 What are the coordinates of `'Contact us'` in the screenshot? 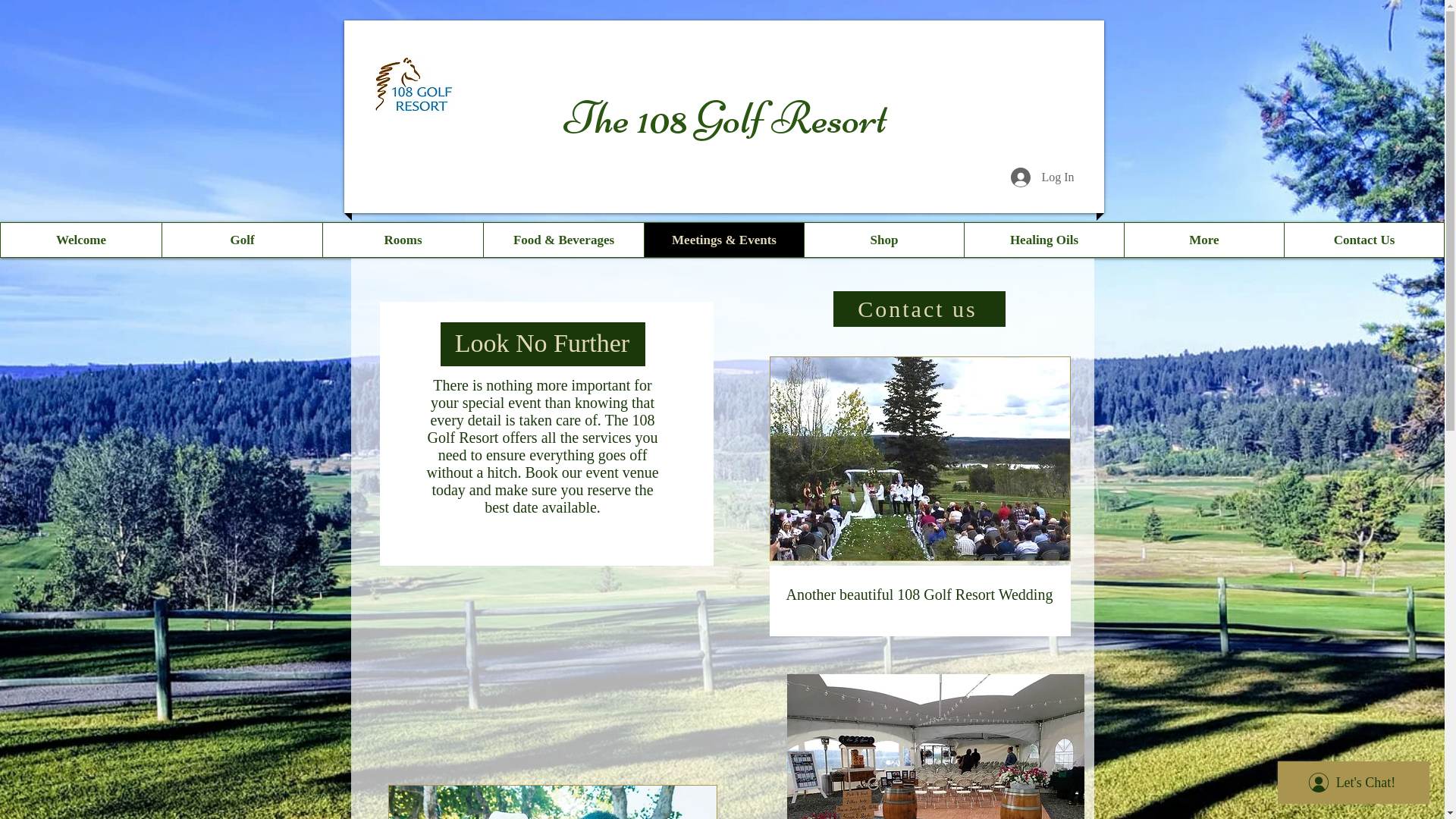 It's located at (918, 308).